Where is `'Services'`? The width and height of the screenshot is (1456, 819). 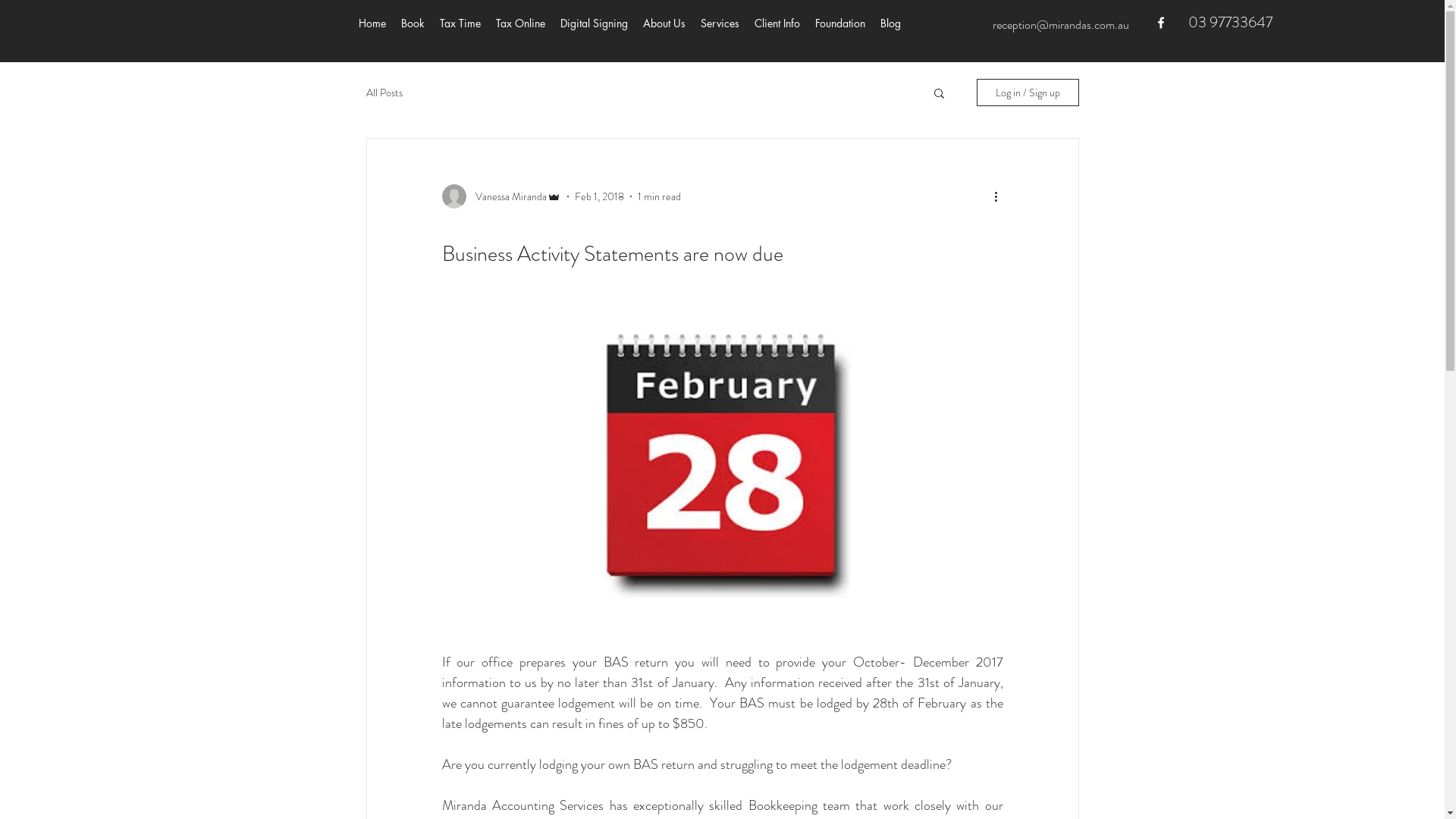 'Services' is located at coordinates (692, 23).